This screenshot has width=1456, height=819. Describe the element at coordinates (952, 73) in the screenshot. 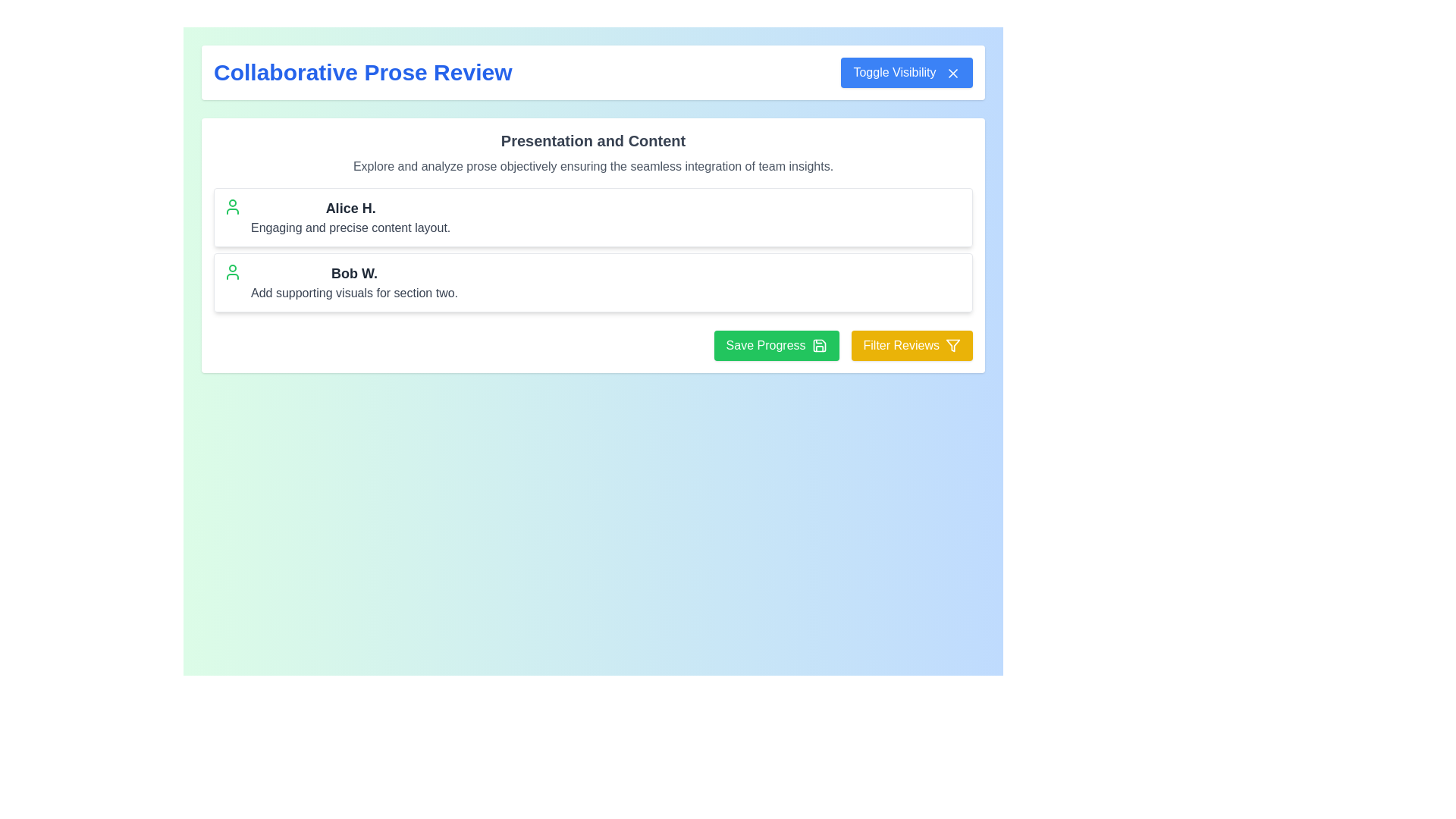

I see `the close icon located near the upper-right portion of the interface, adjacent to the 'Toggle Visibility' button` at that location.